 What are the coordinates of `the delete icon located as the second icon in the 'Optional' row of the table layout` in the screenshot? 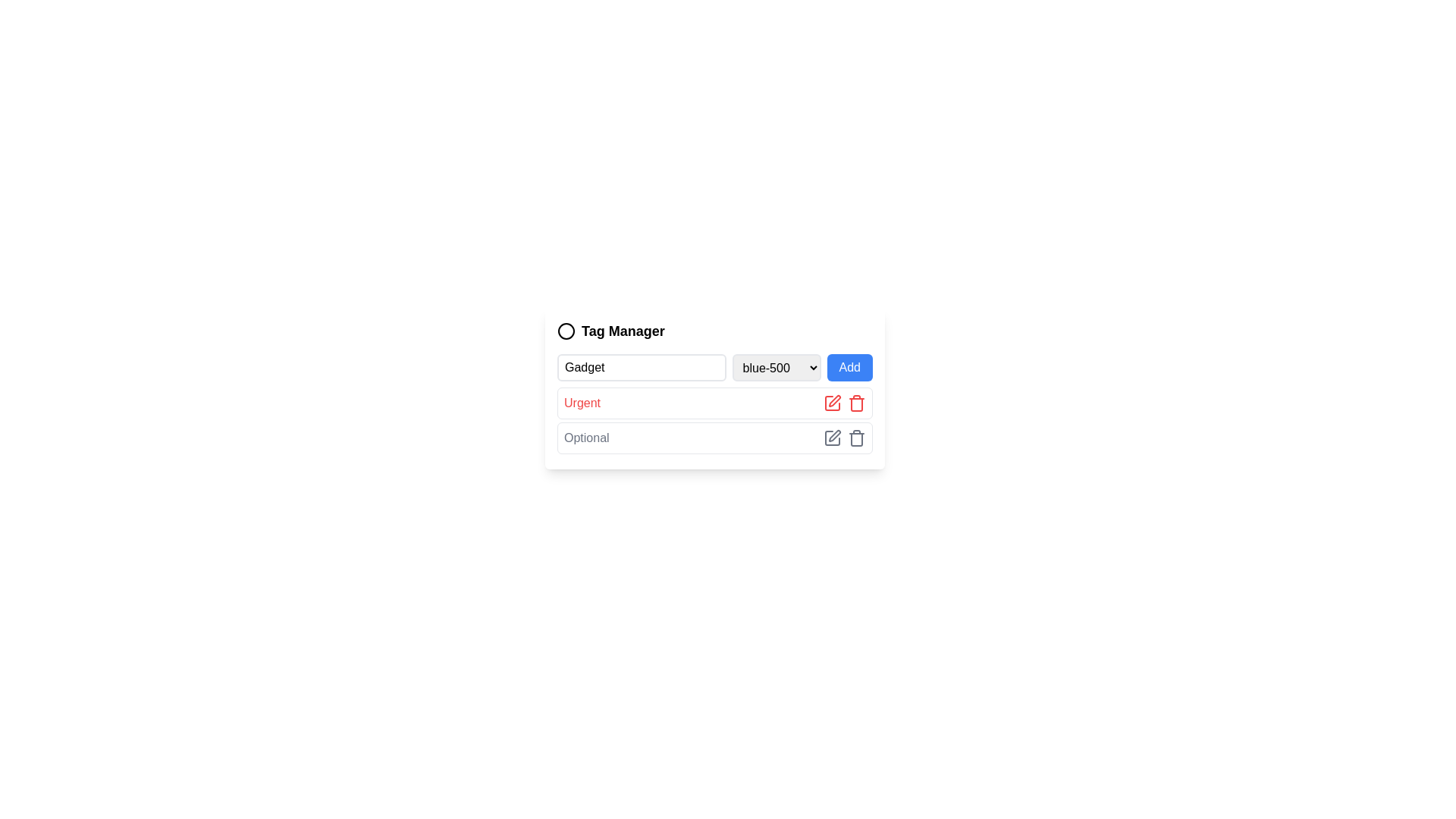 It's located at (856, 438).